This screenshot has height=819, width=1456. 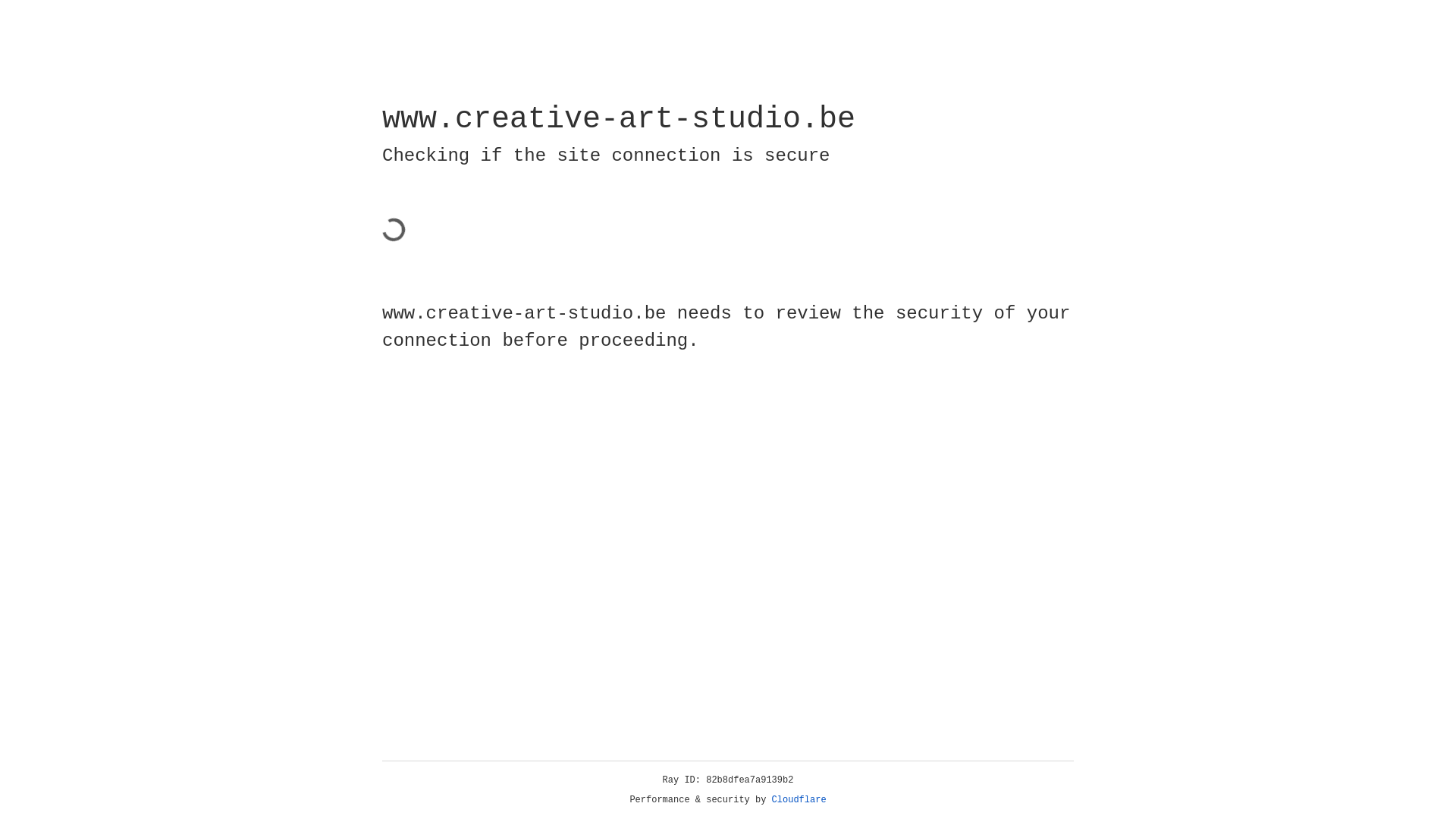 What do you see at coordinates (799, 799) in the screenshot?
I see `'Cloudflare'` at bounding box center [799, 799].